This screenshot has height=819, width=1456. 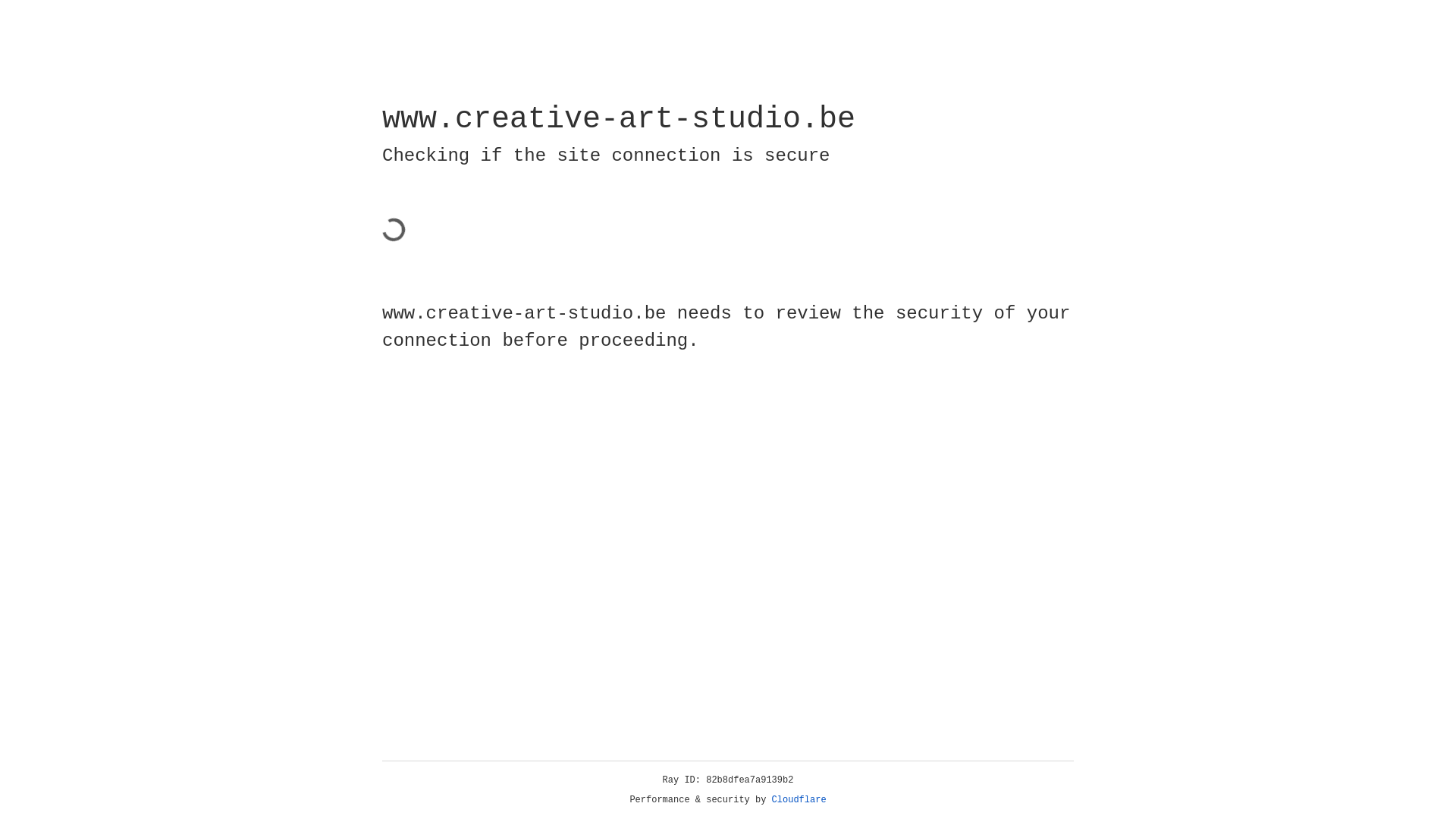 What do you see at coordinates (799, 799) in the screenshot?
I see `'Cloudflare'` at bounding box center [799, 799].